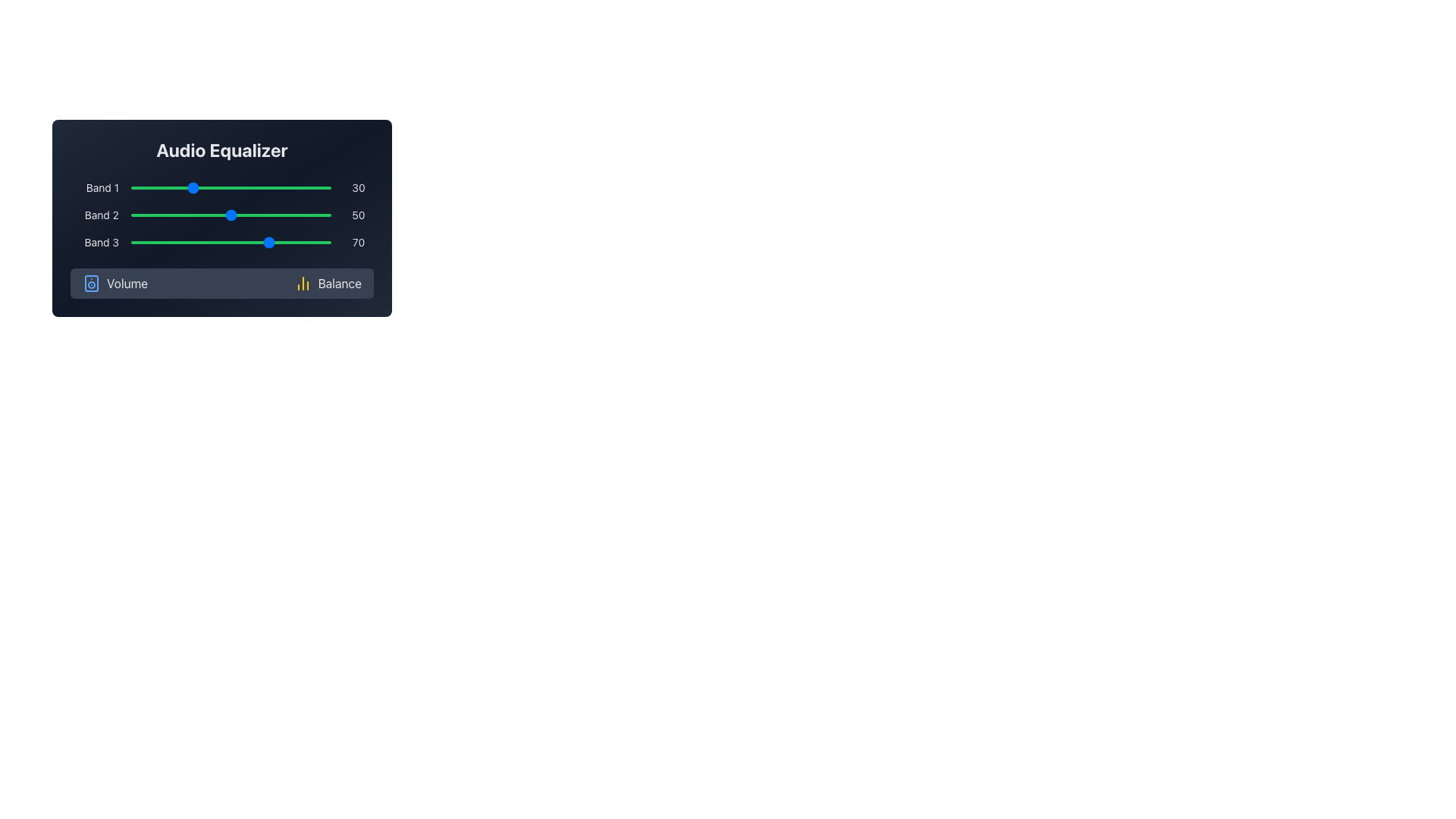  What do you see at coordinates (358, 242) in the screenshot?
I see `the Text Display showing the current value of '70' for the slider associated with 'Band 3', which is positioned to the right of the slider` at bounding box center [358, 242].